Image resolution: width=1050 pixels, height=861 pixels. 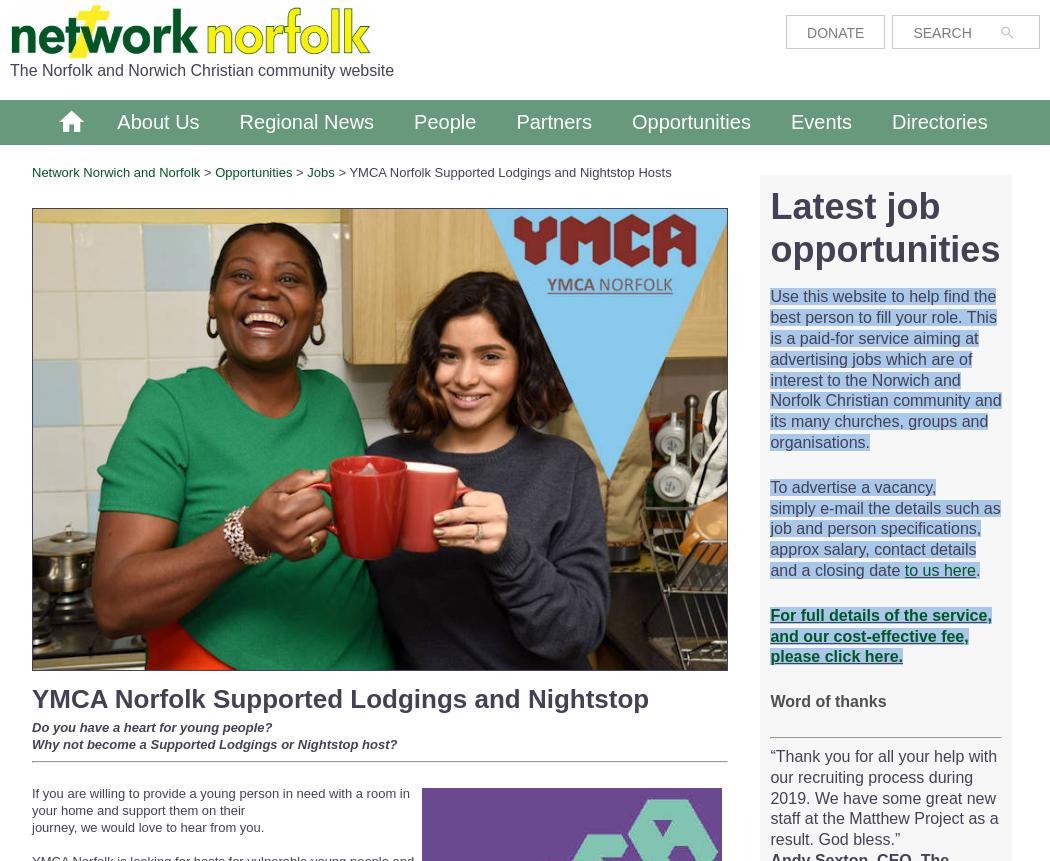 What do you see at coordinates (306, 121) in the screenshot?
I see `'Regional News'` at bounding box center [306, 121].